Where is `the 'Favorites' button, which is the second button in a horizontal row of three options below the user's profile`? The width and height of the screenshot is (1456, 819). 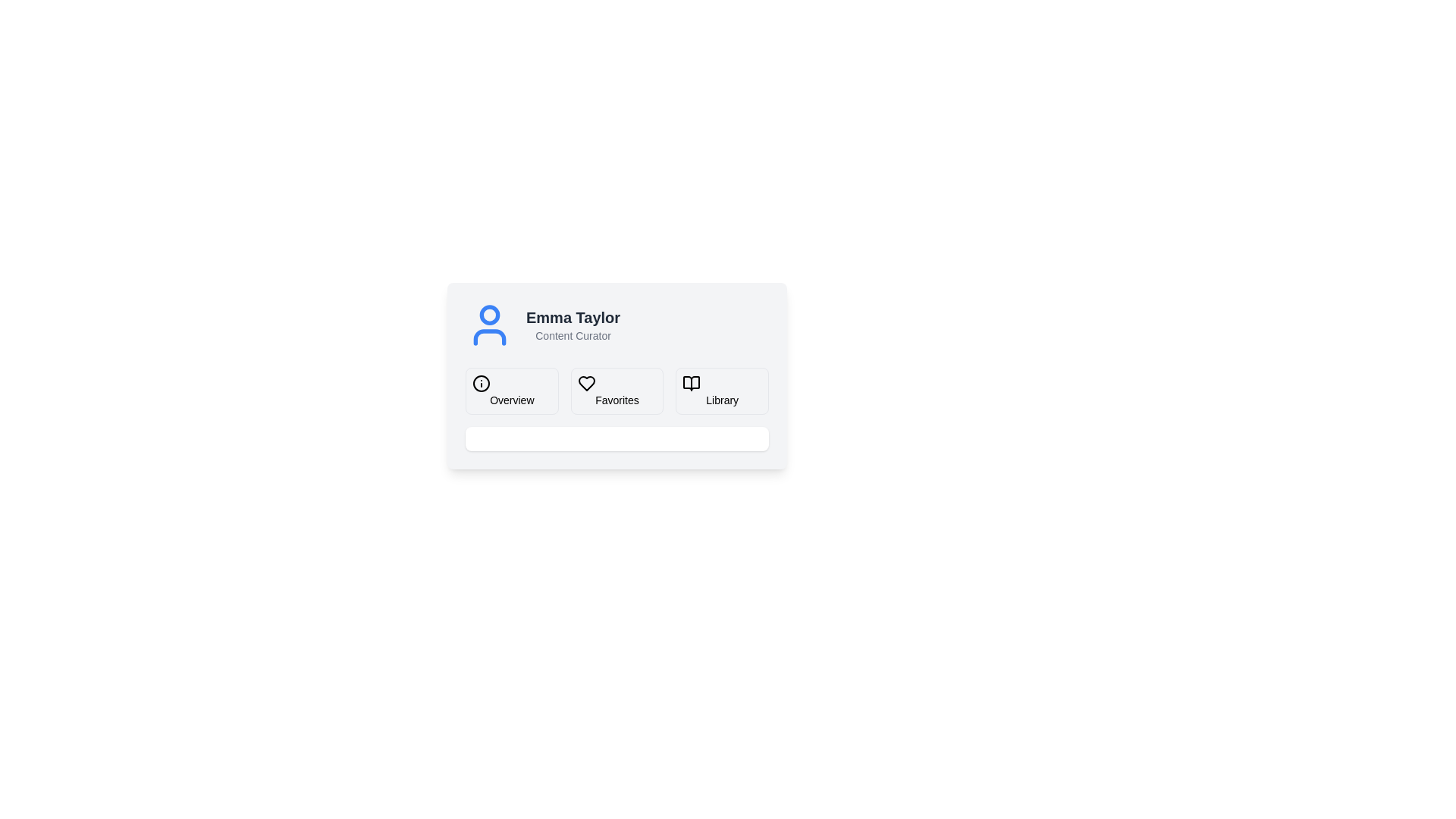
the 'Favorites' button, which is the second button in a horizontal row of three options below the user's profile is located at coordinates (585, 382).